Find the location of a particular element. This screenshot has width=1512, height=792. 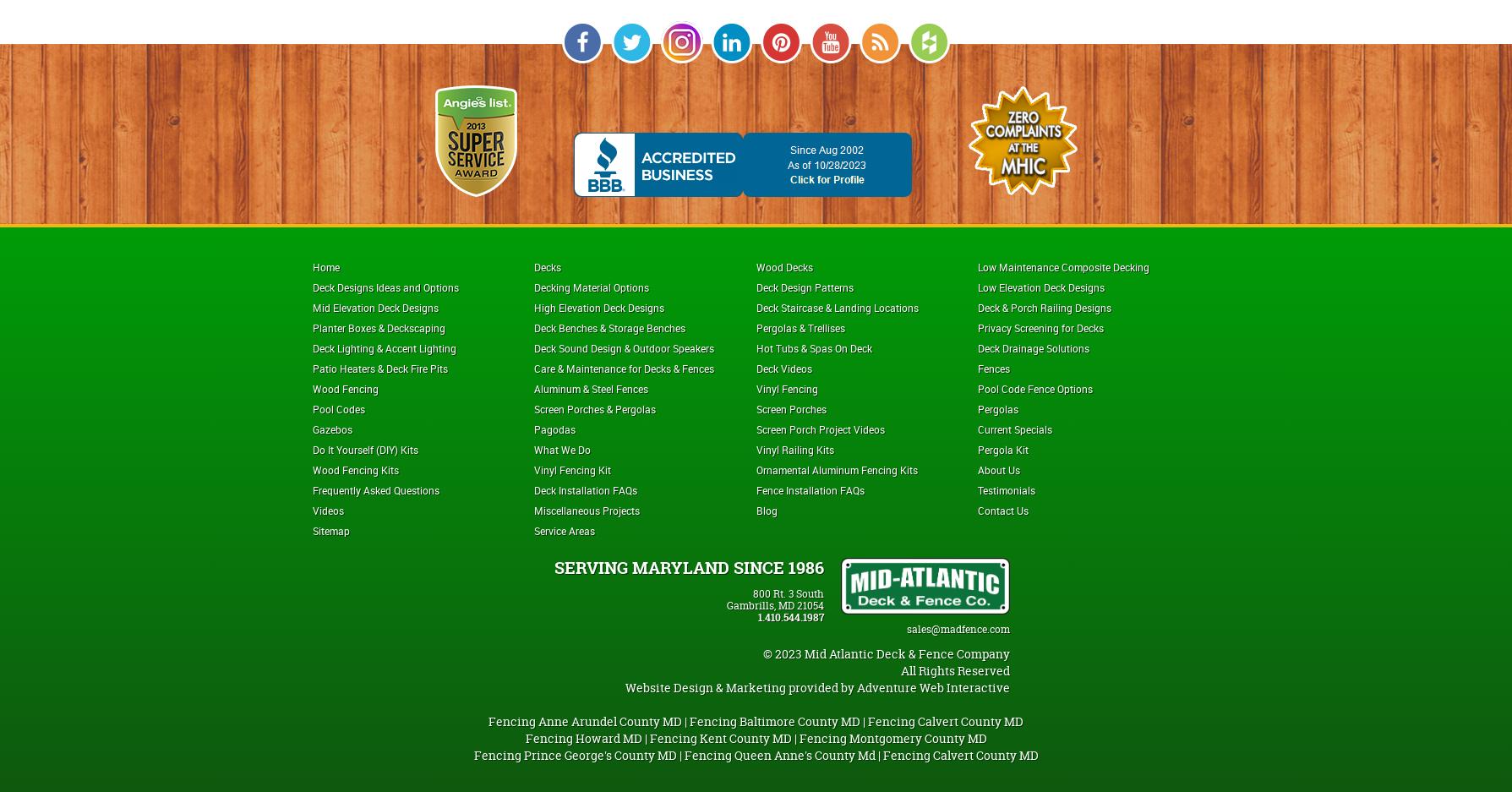

'Deck Sound Design & Outdoor Speakers' is located at coordinates (624, 347).